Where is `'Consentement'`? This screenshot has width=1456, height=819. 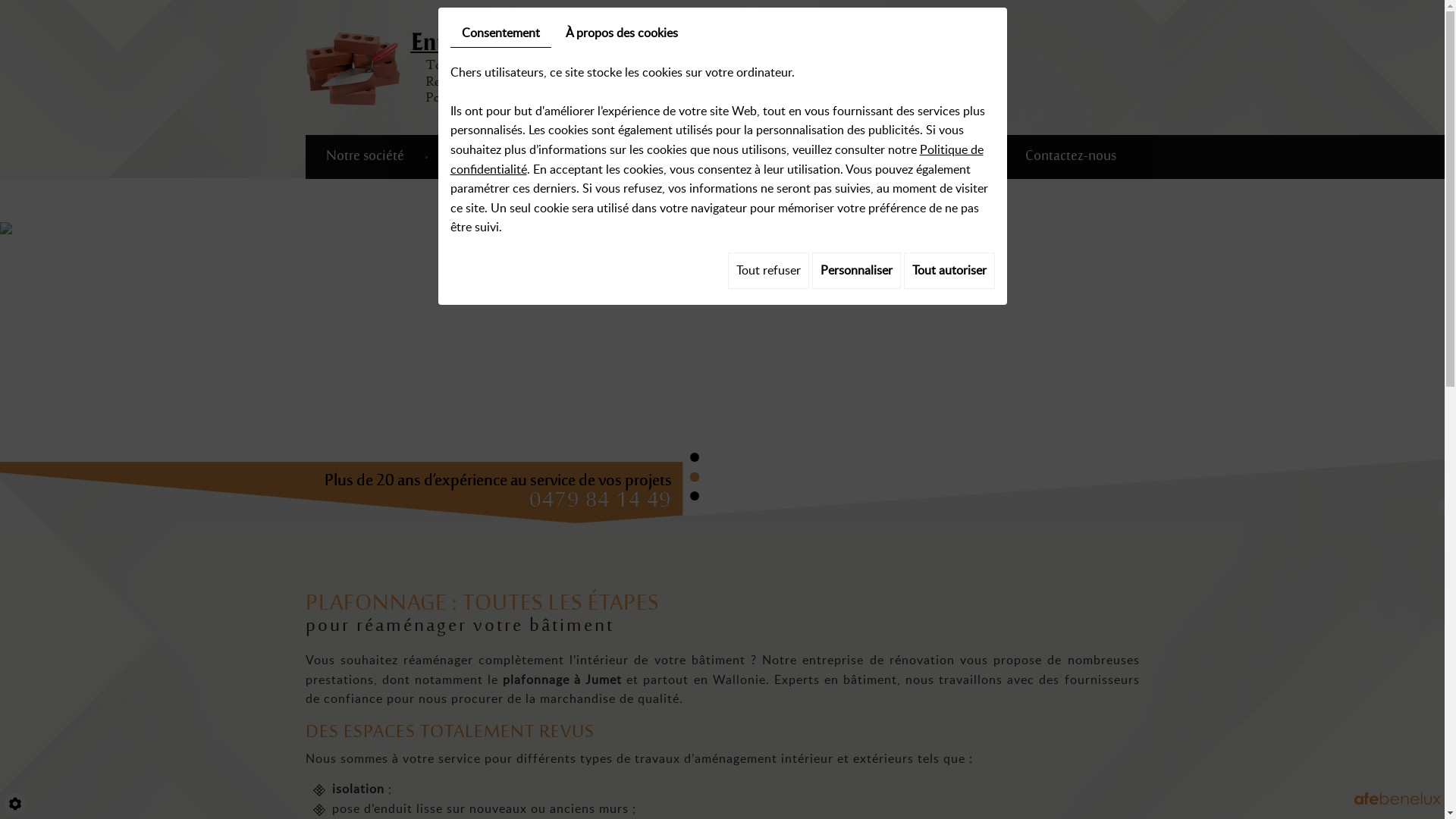 'Consentement' is located at coordinates (500, 33).